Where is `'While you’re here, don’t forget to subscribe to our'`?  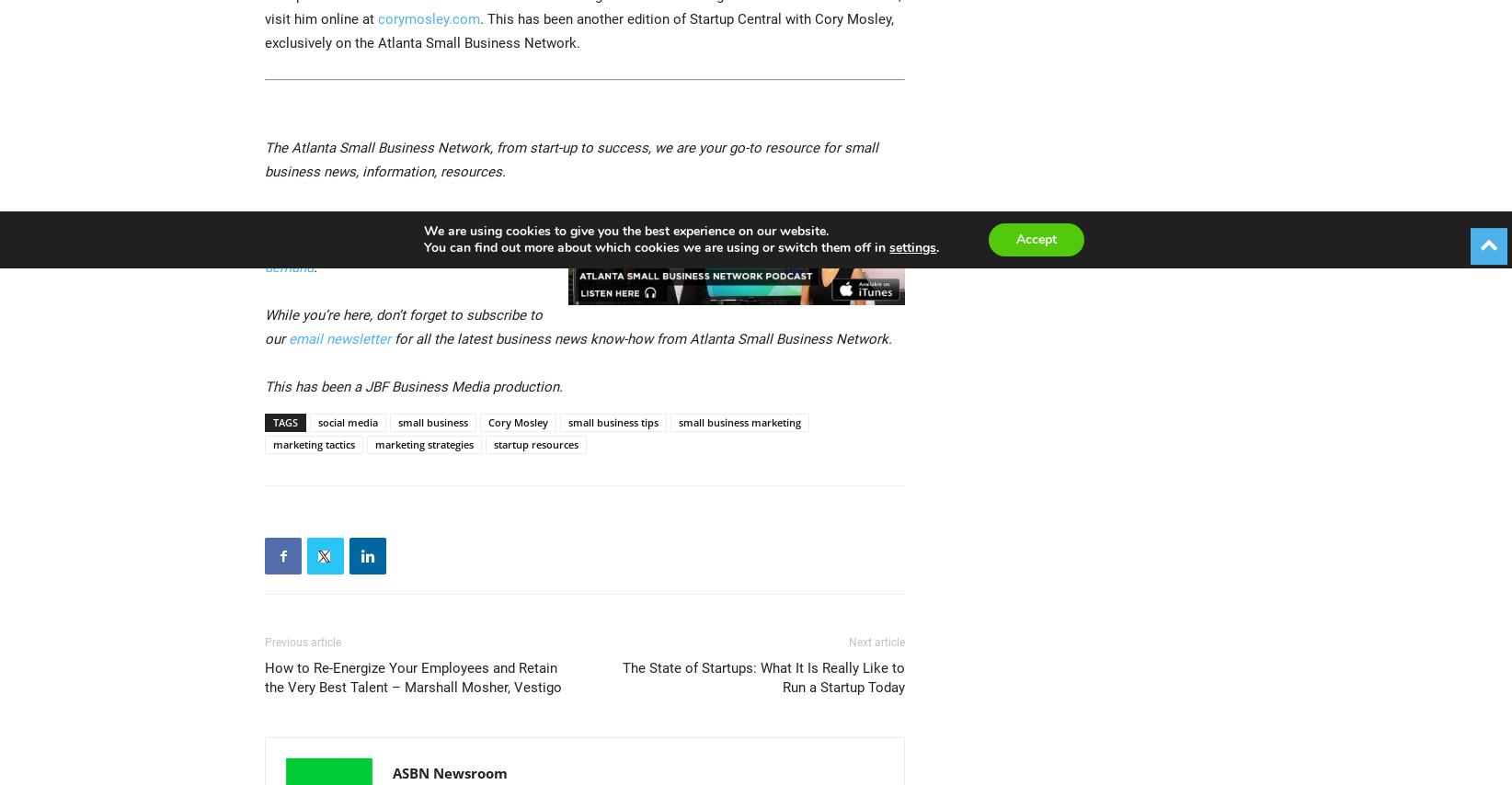
'While you’re here, don’t forget to subscribe to our' is located at coordinates (403, 327).